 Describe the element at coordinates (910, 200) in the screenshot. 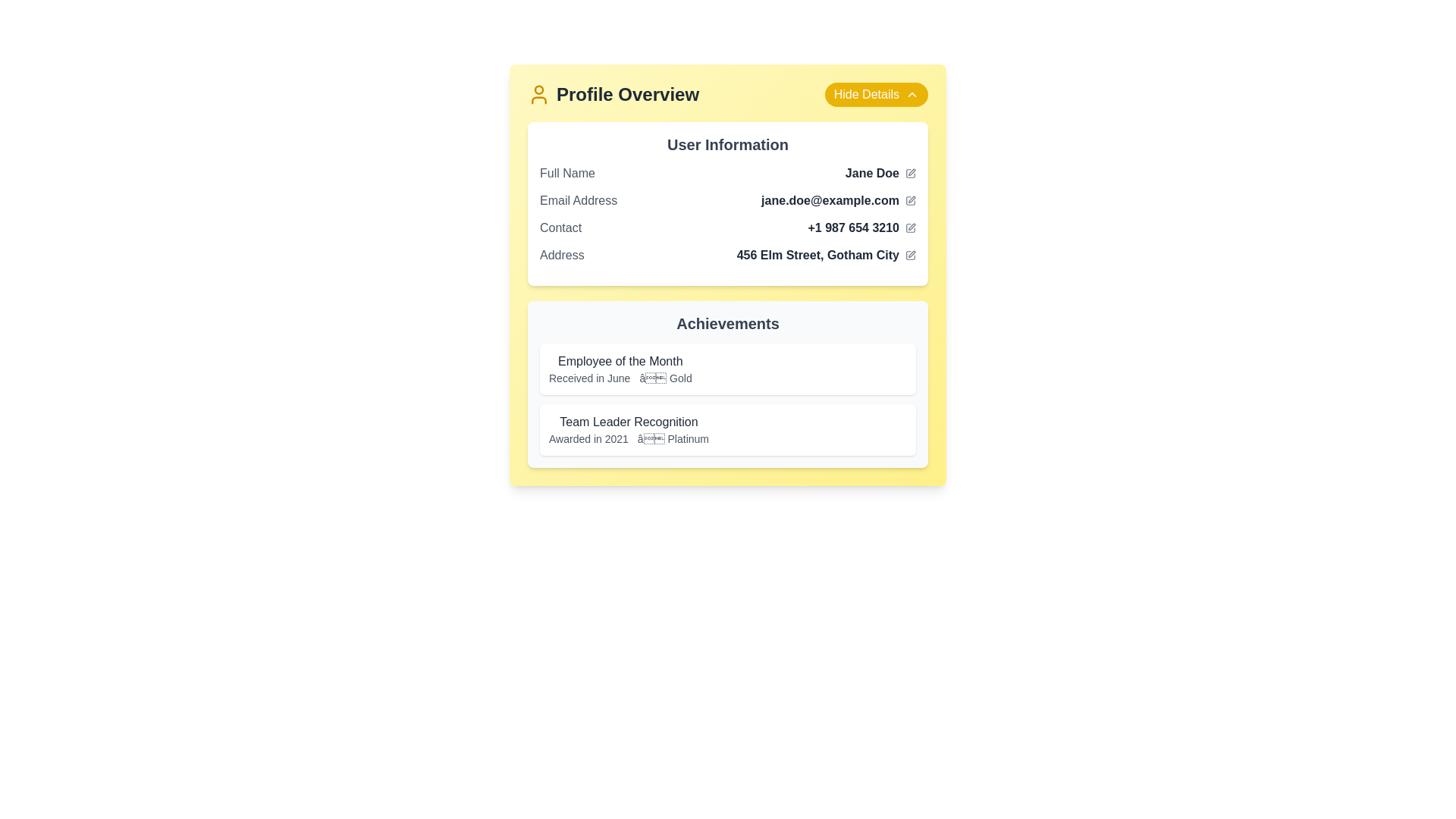

I see `the pen icon next to the email address 'jane.doe@example.com' in the 'User Information' section` at that location.